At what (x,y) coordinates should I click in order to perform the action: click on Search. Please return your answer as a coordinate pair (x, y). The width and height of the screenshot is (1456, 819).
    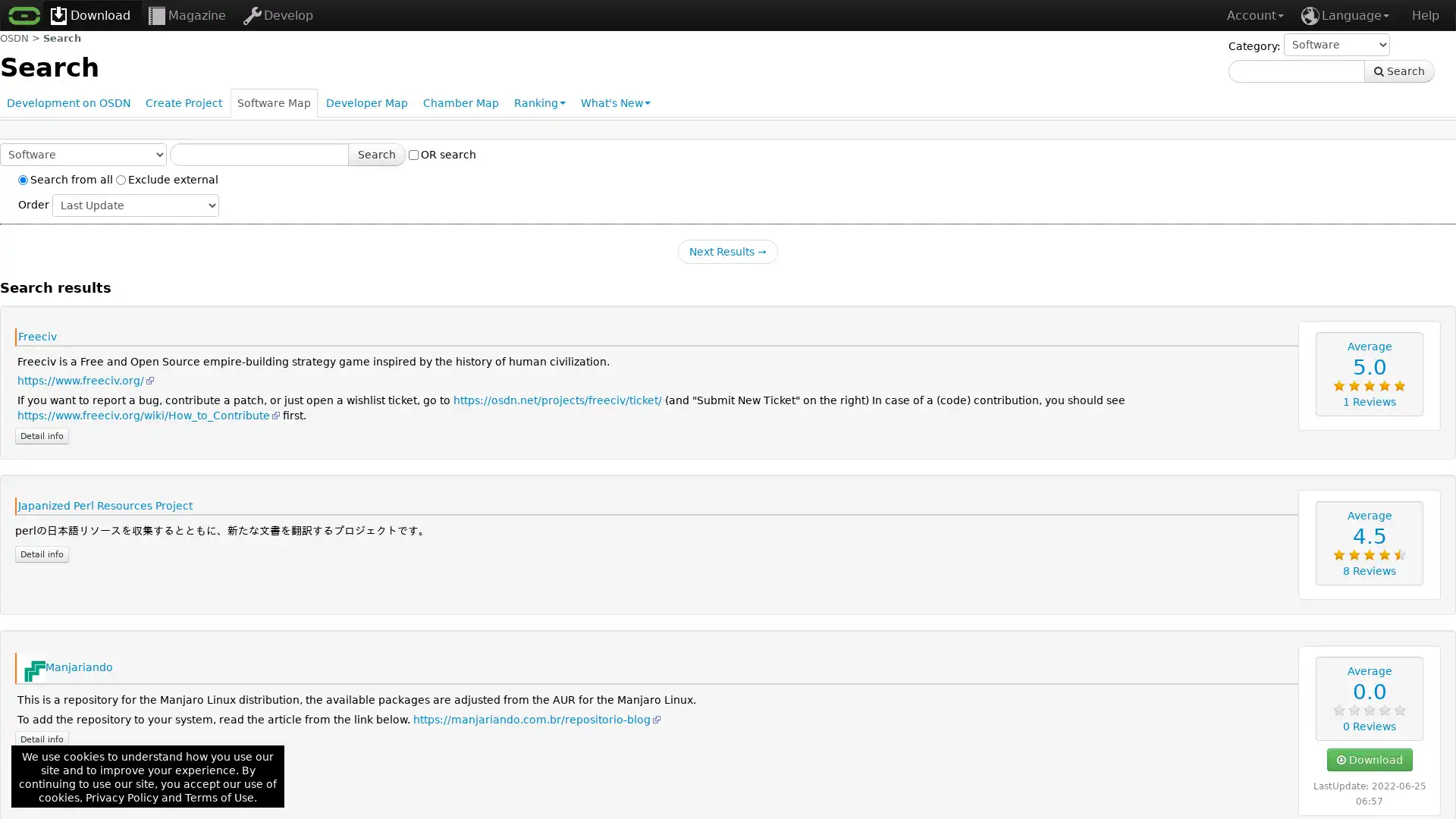
    Looking at the image, I should click on (377, 155).